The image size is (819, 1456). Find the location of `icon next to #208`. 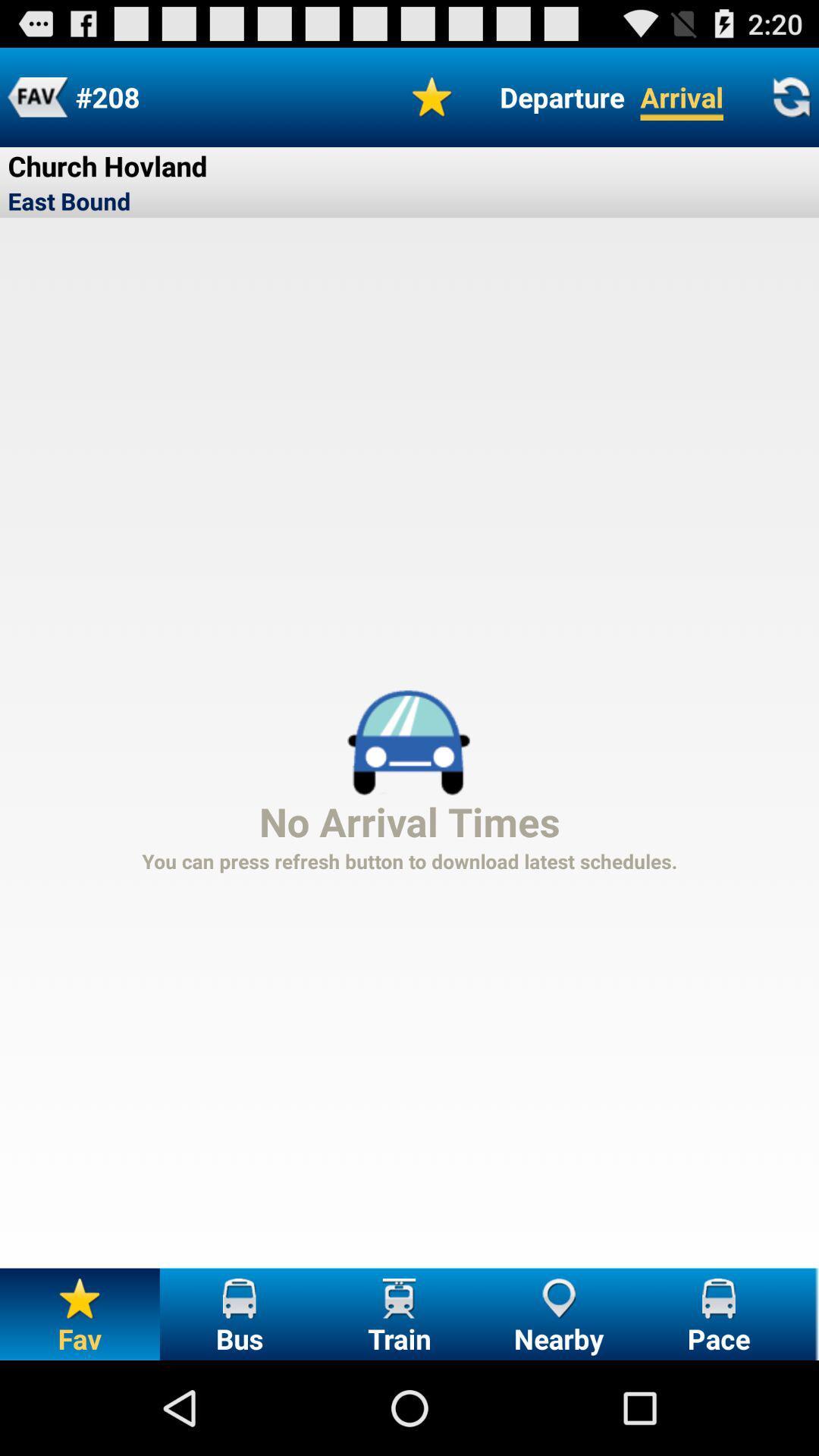

icon next to #208 is located at coordinates (432, 96).